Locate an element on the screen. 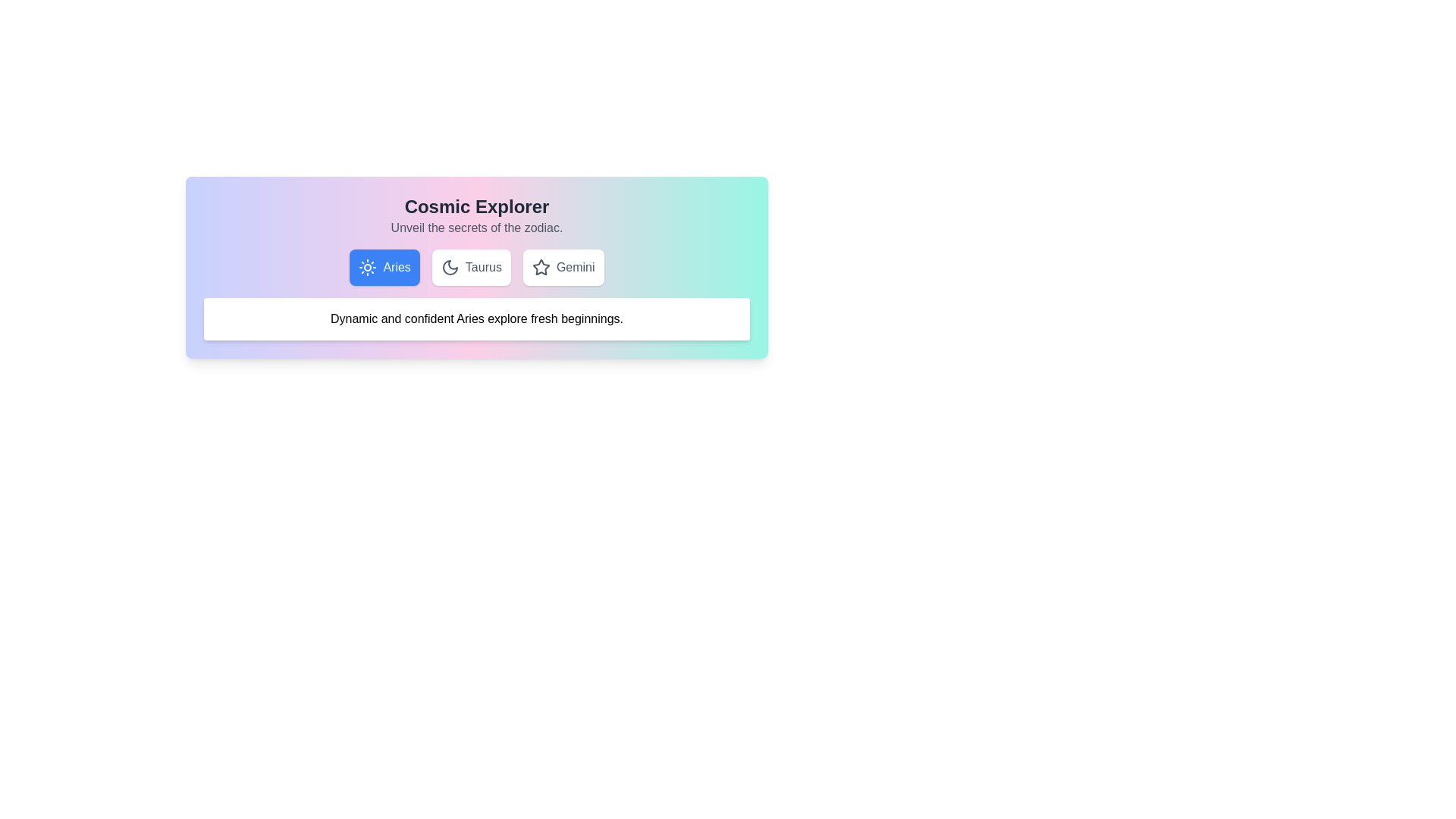 Image resolution: width=1456 pixels, height=819 pixels. the Aries tab to switch the active tab is located at coordinates (384, 267).